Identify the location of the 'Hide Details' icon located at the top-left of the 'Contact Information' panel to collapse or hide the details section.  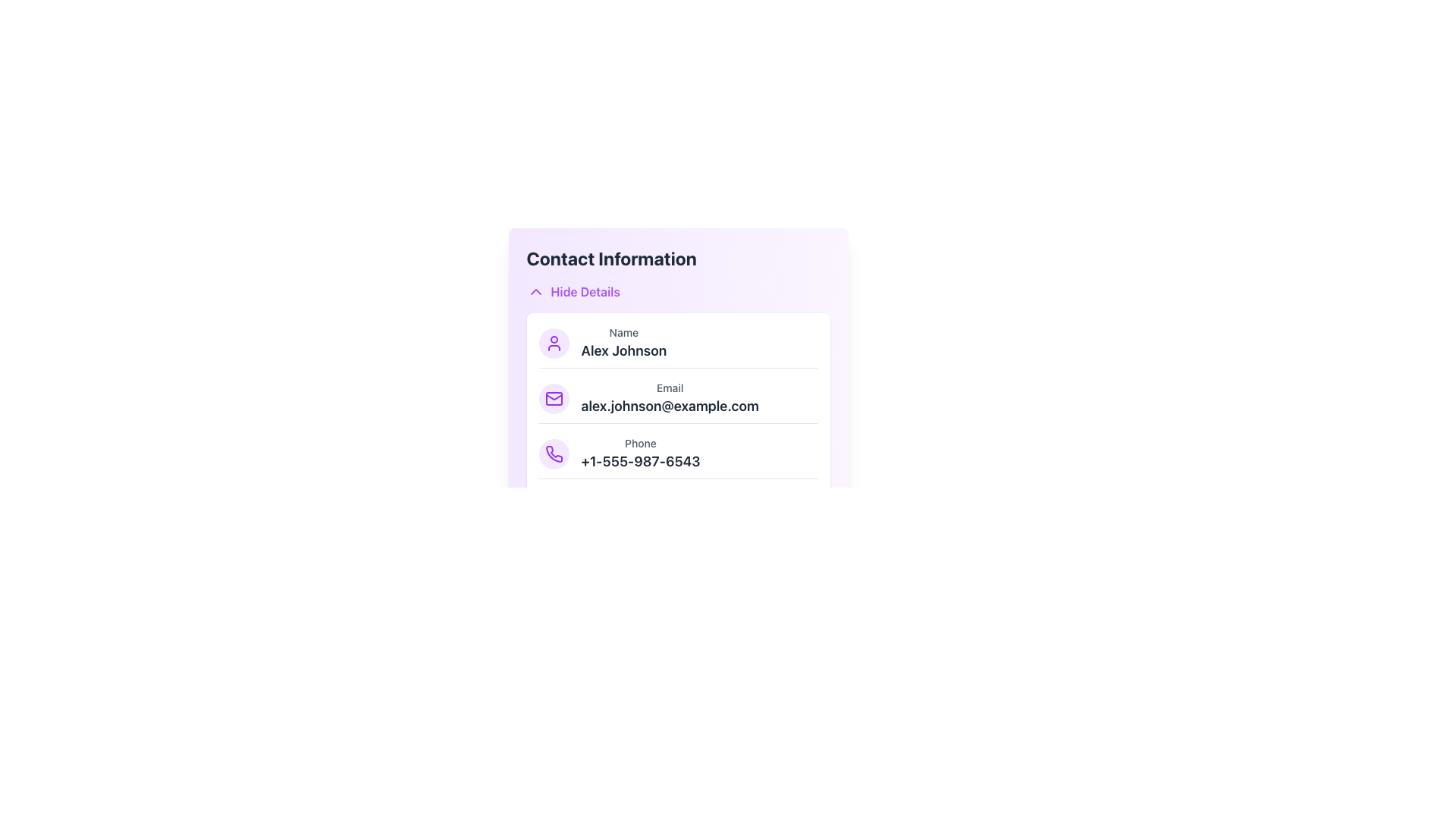
(535, 292).